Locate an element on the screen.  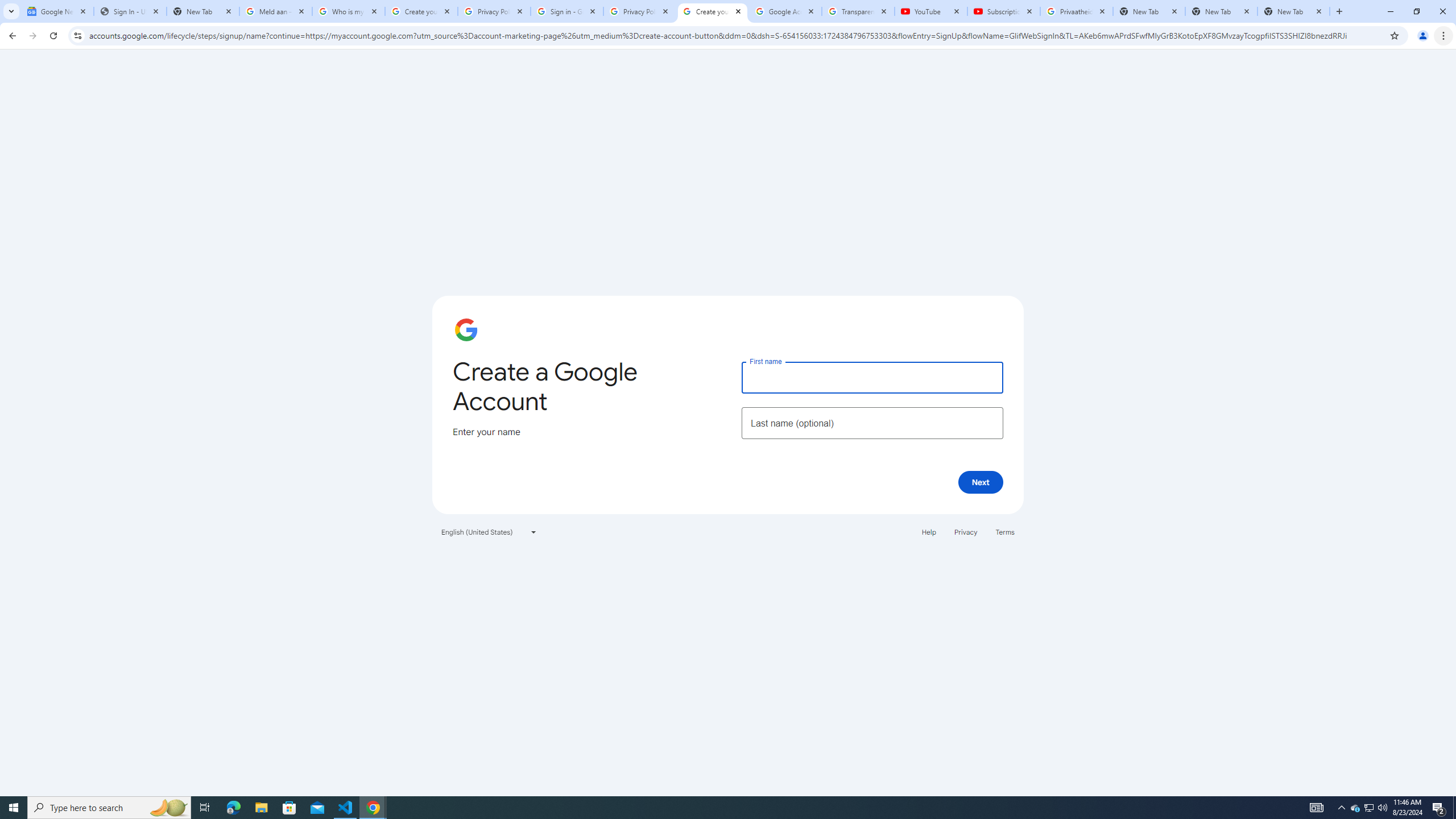
'First name' is located at coordinates (871, 377).